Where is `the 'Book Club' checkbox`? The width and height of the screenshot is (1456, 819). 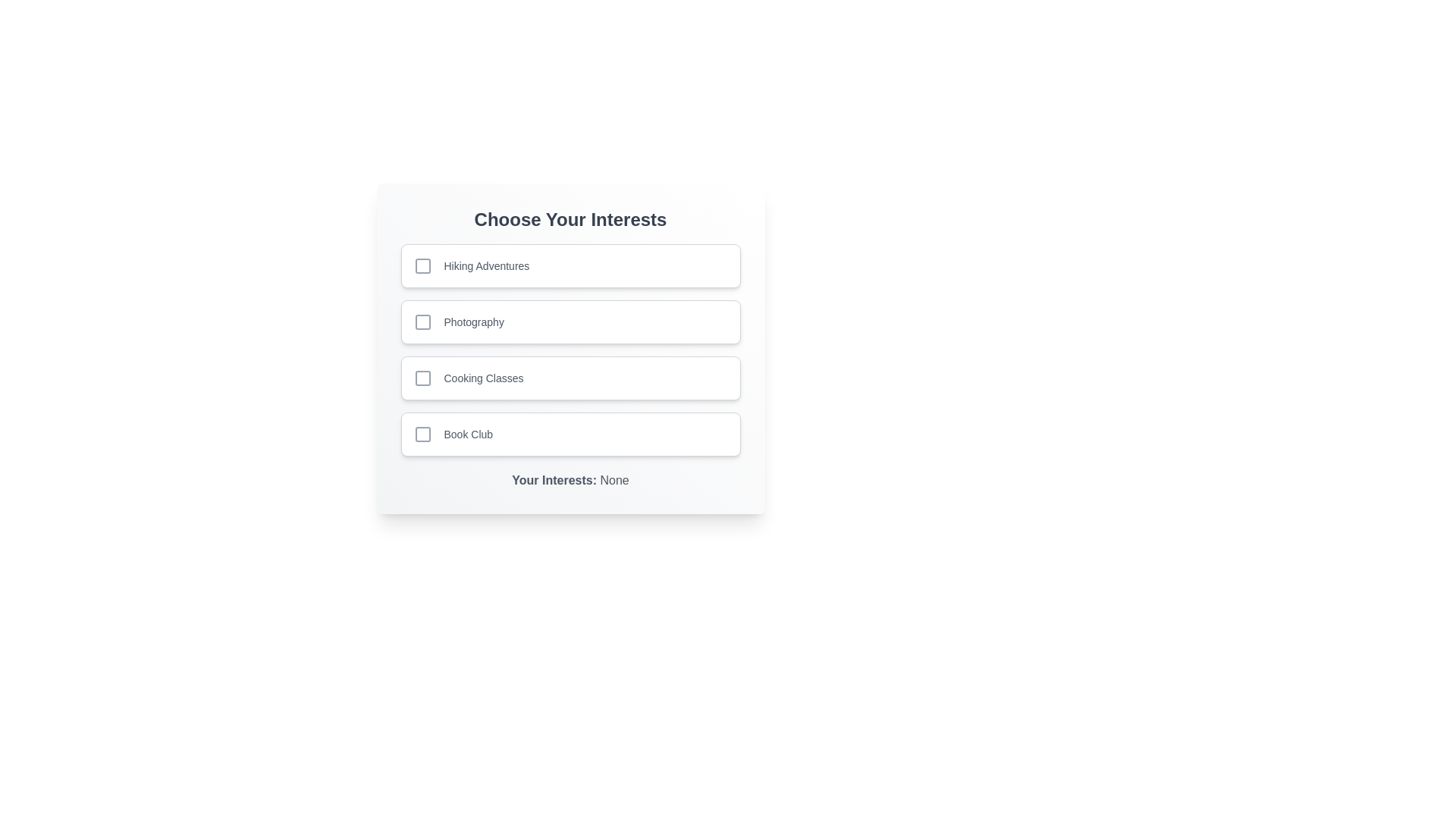
the 'Book Club' checkbox is located at coordinates (570, 435).